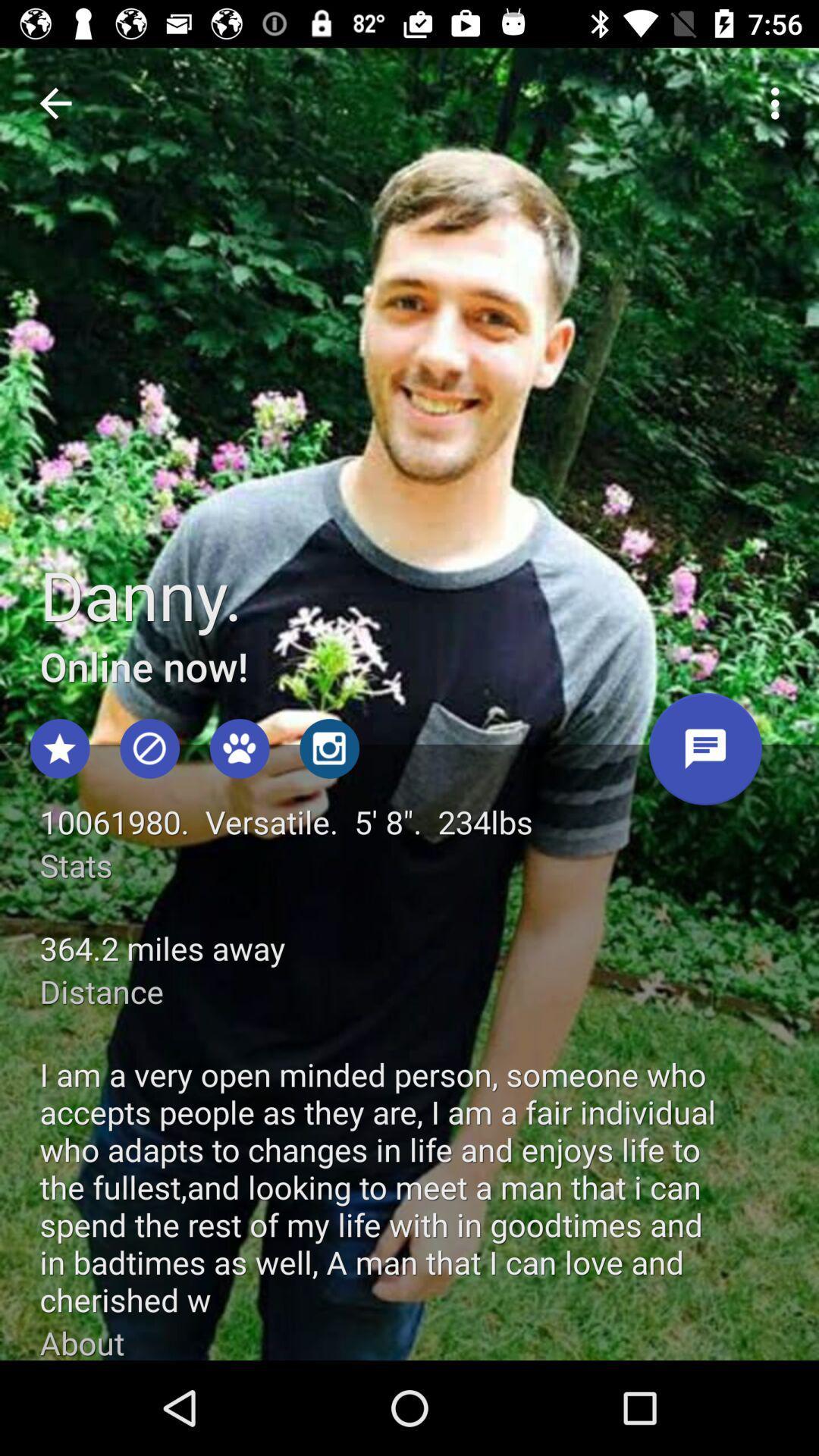 This screenshot has height=1456, width=819. Describe the element at coordinates (59, 748) in the screenshot. I see `the star icon` at that location.